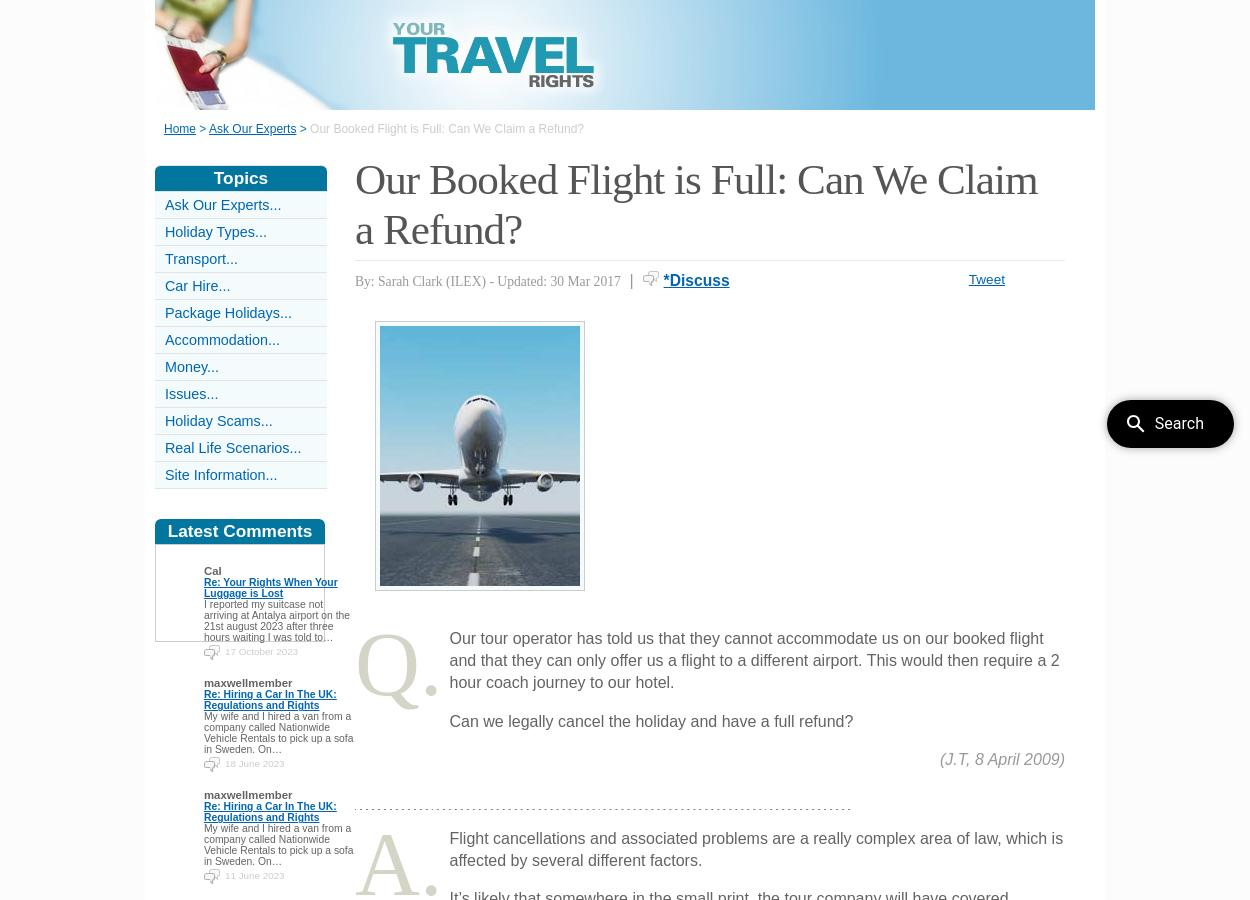 The width and height of the screenshot is (1250, 900). Describe the element at coordinates (221, 340) in the screenshot. I see `'Accommodation...'` at that location.